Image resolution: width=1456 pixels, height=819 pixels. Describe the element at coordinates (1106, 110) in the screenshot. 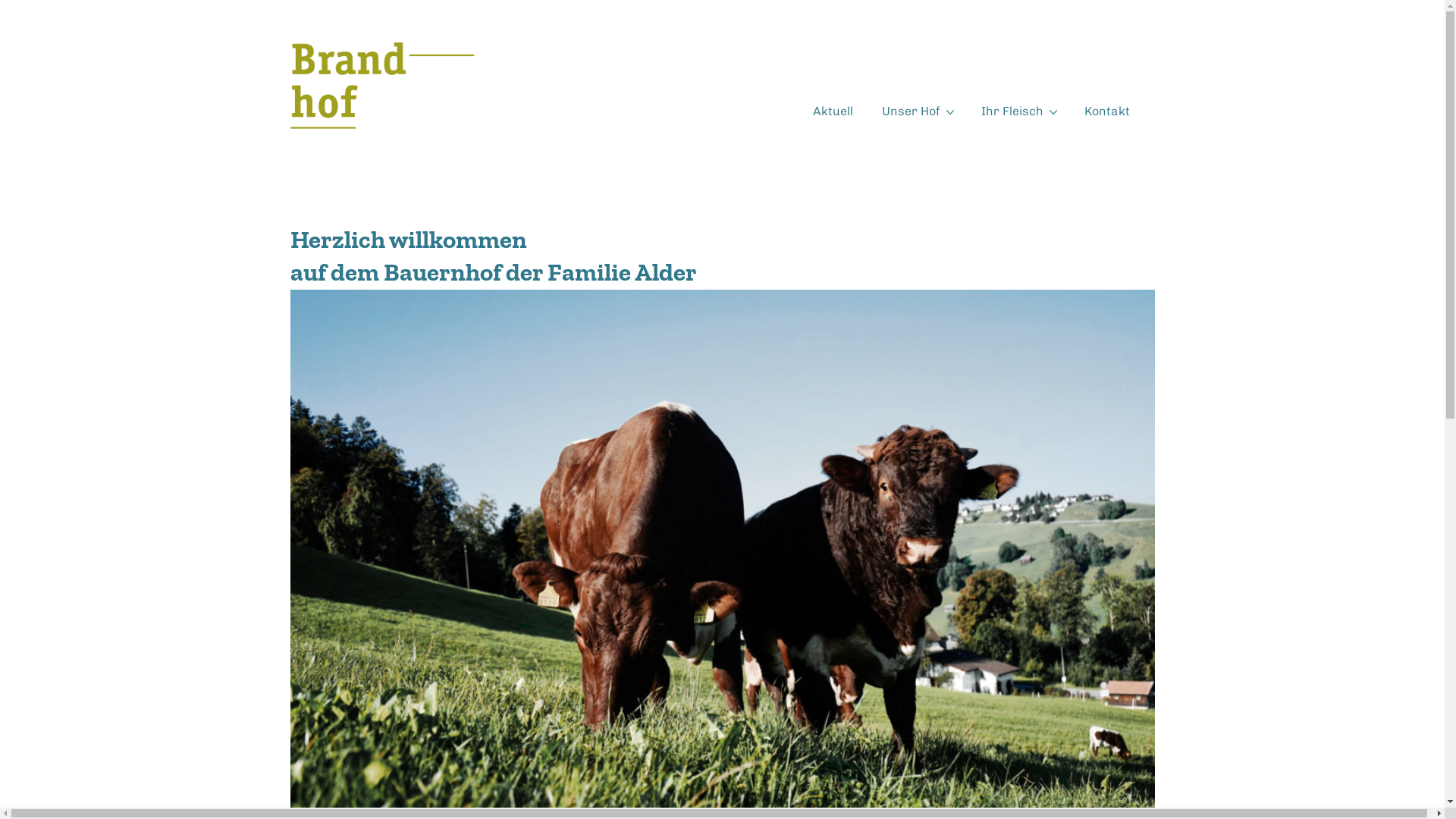

I see `'Kontakt'` at that location.